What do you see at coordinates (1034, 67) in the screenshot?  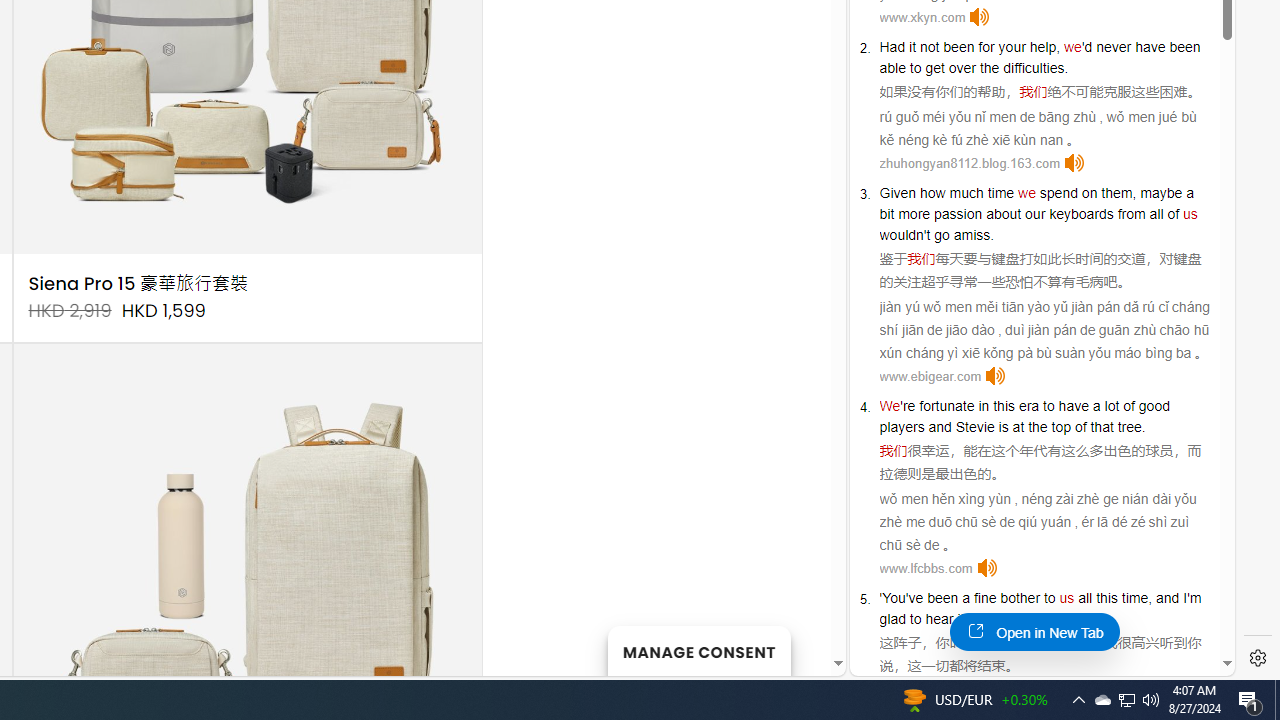 I see `'difficulties'` at bounding box center [1034, 67].